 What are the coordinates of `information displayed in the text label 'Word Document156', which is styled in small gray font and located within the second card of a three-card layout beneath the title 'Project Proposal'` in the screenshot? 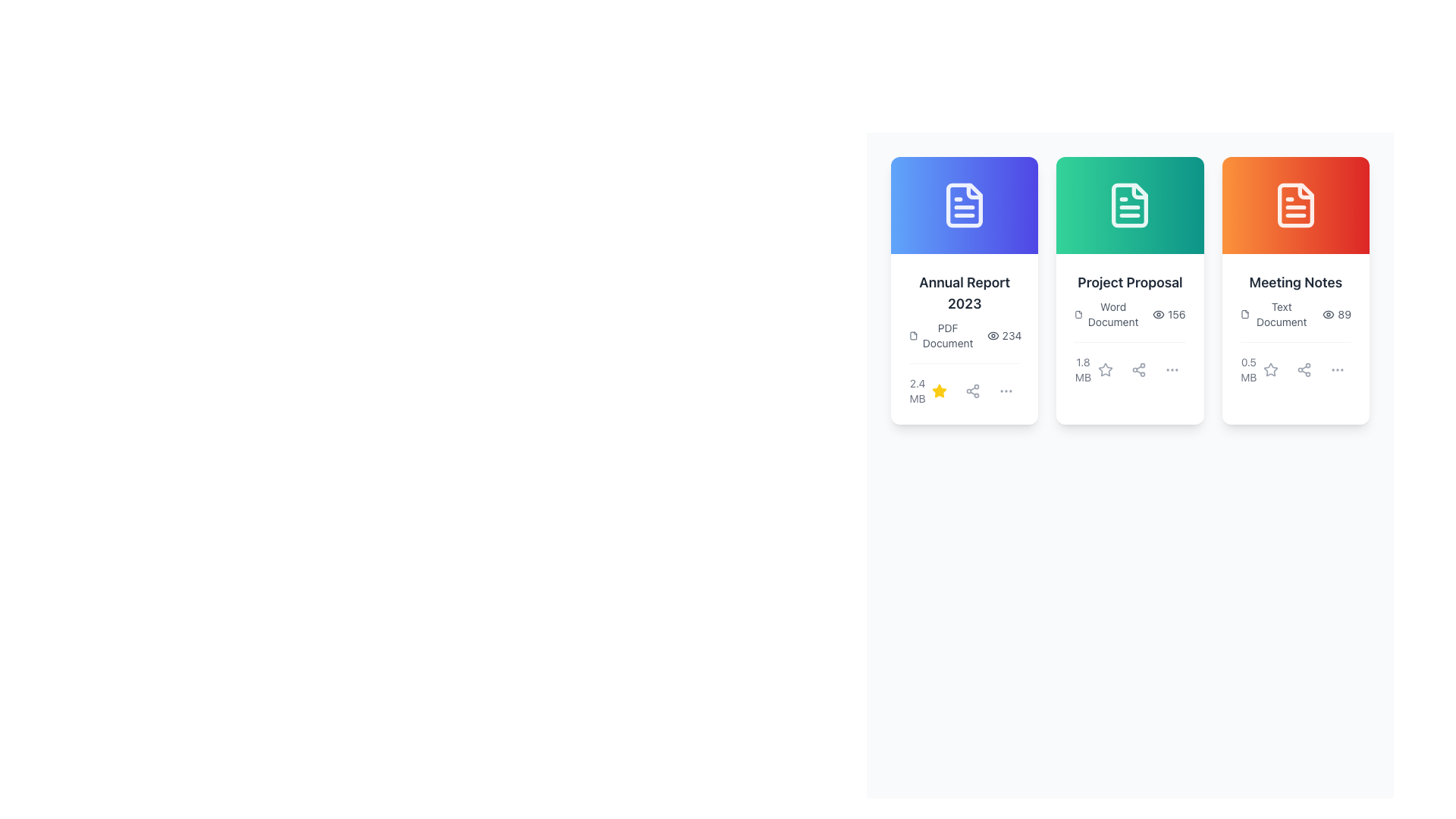 It's located at (1130, 328).